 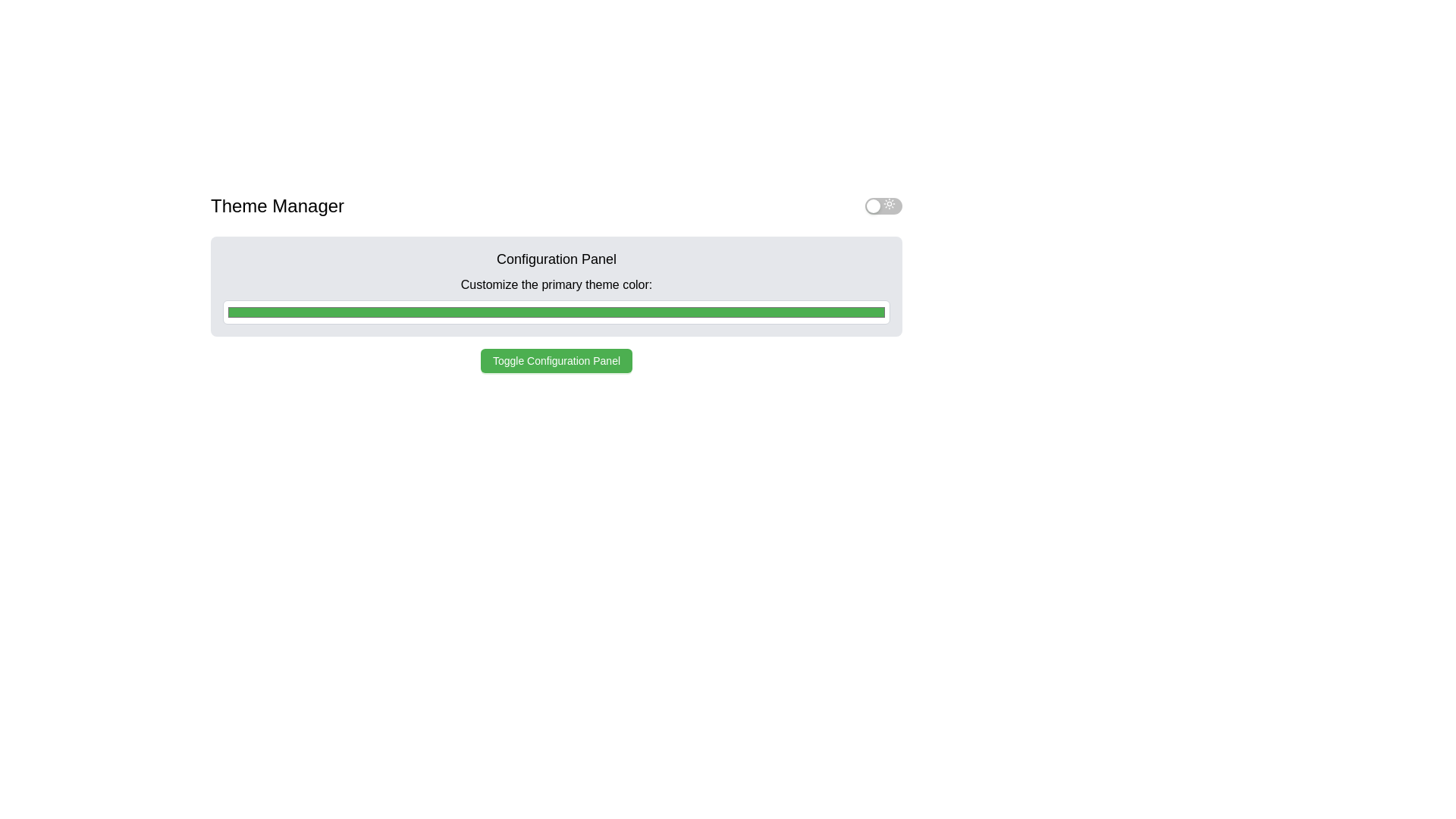 I want to click on the heading 'Configuration Panel' which is displayed in larger font size with a gray background, indicating its importance and located at the top of the section, so click(x=556, y=259).